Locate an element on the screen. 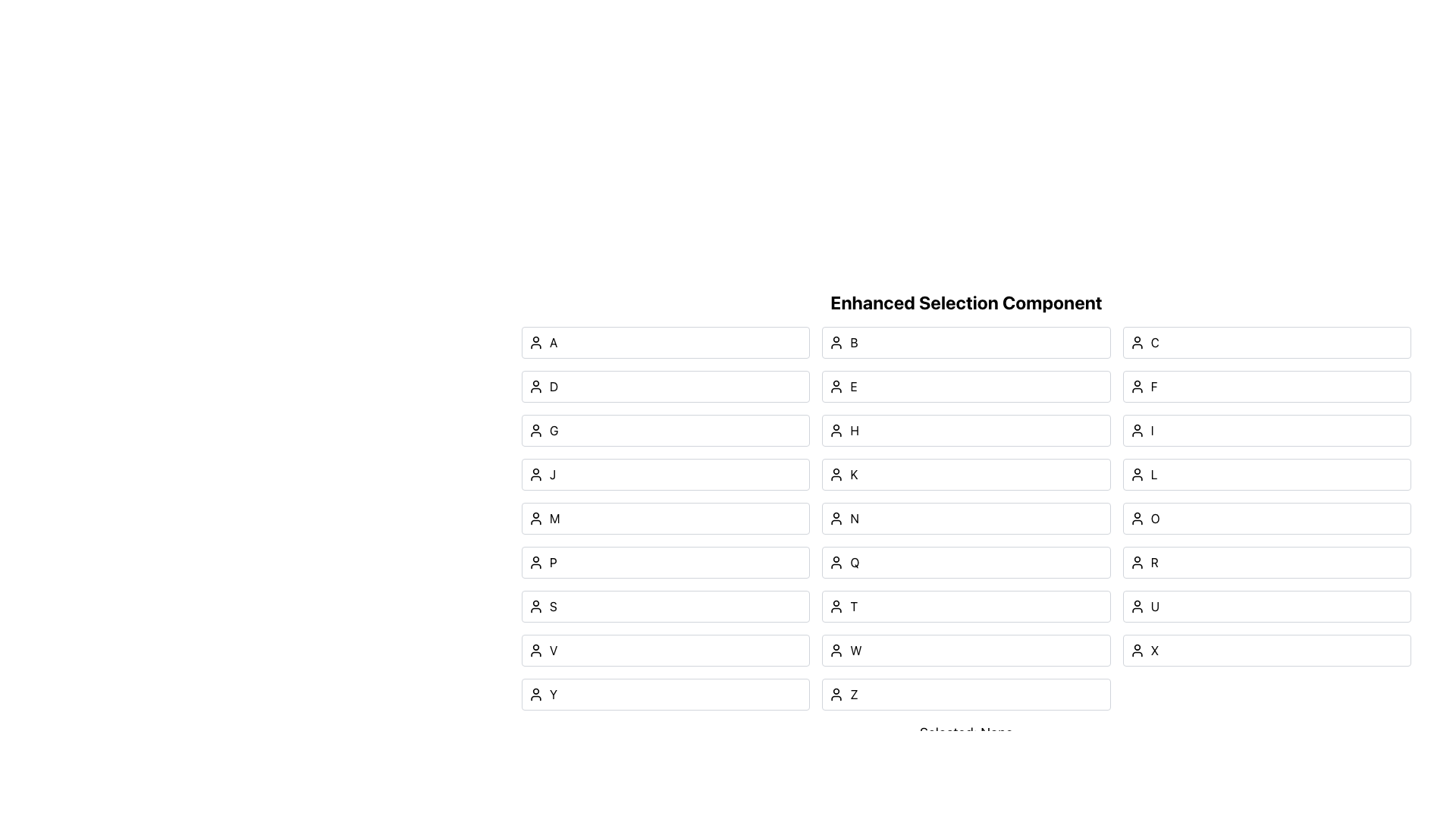  the graphical icon representing a standard user silhouette located to the left of the label 'D' in the second element of the first column of the grid layout is located at coordinates (535, 385).